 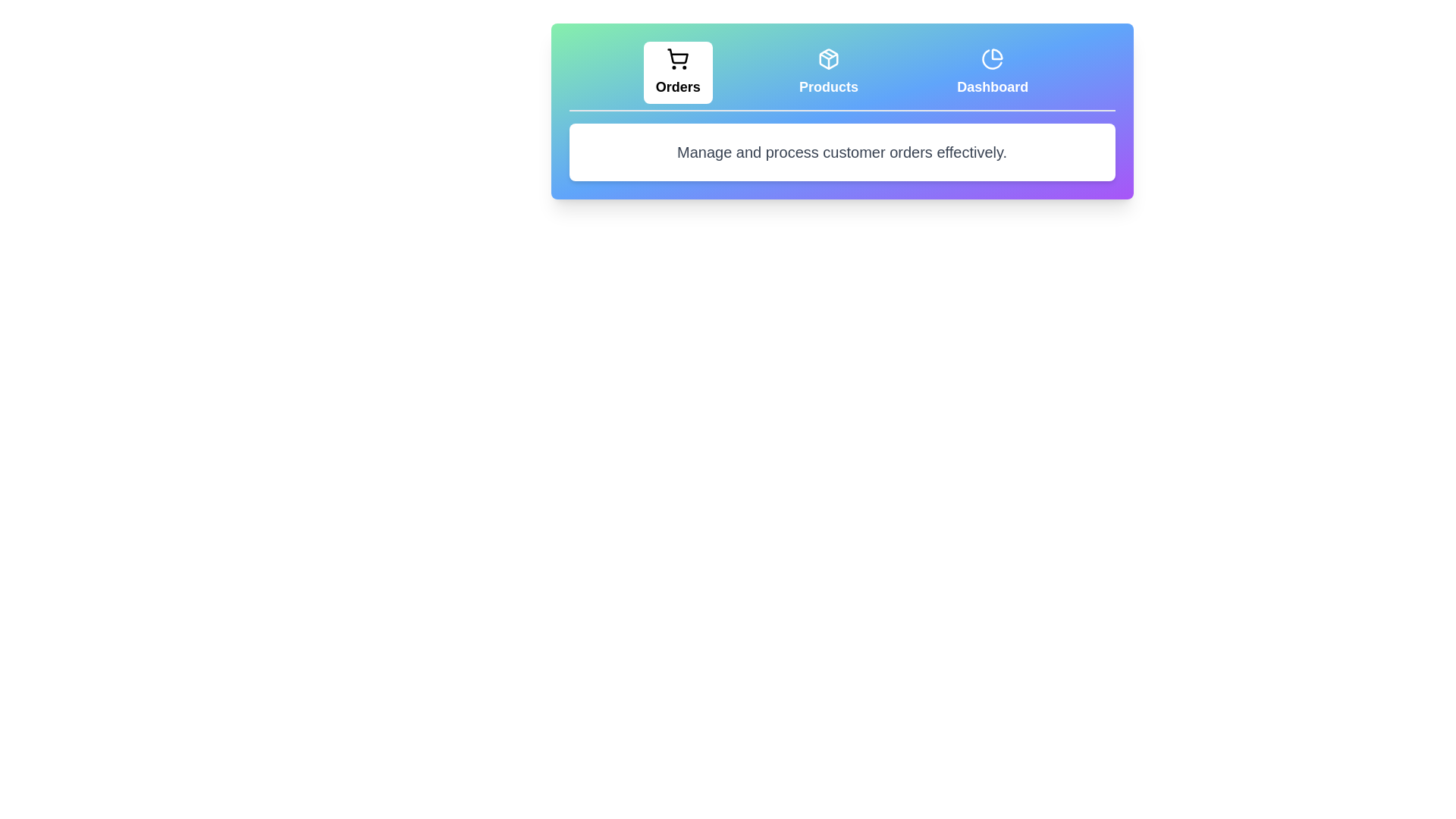 I want to click on the Orders tab to view its content, so click(x=676, y=73).